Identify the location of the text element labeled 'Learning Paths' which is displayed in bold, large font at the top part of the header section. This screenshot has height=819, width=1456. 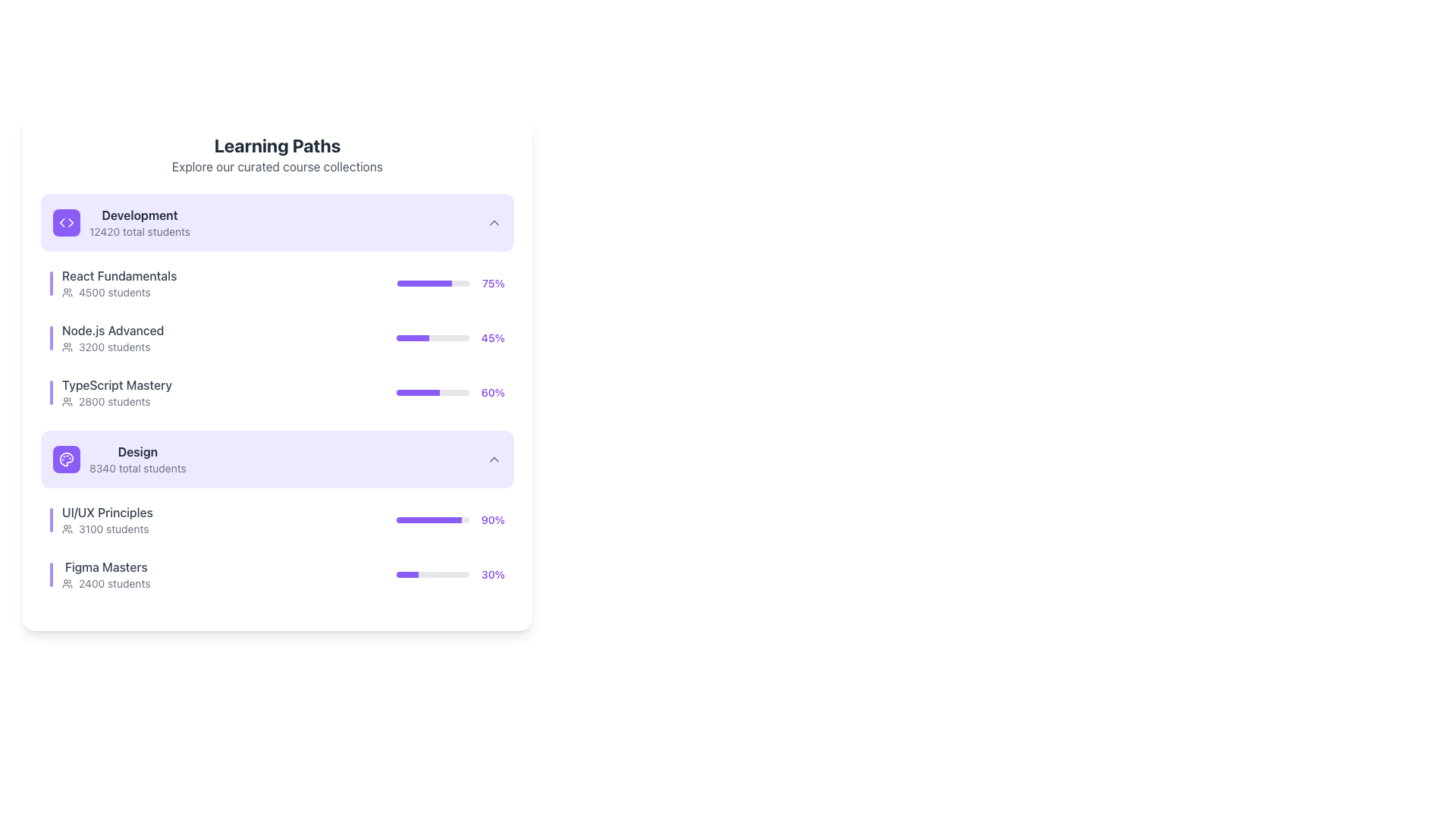
(277, 146).